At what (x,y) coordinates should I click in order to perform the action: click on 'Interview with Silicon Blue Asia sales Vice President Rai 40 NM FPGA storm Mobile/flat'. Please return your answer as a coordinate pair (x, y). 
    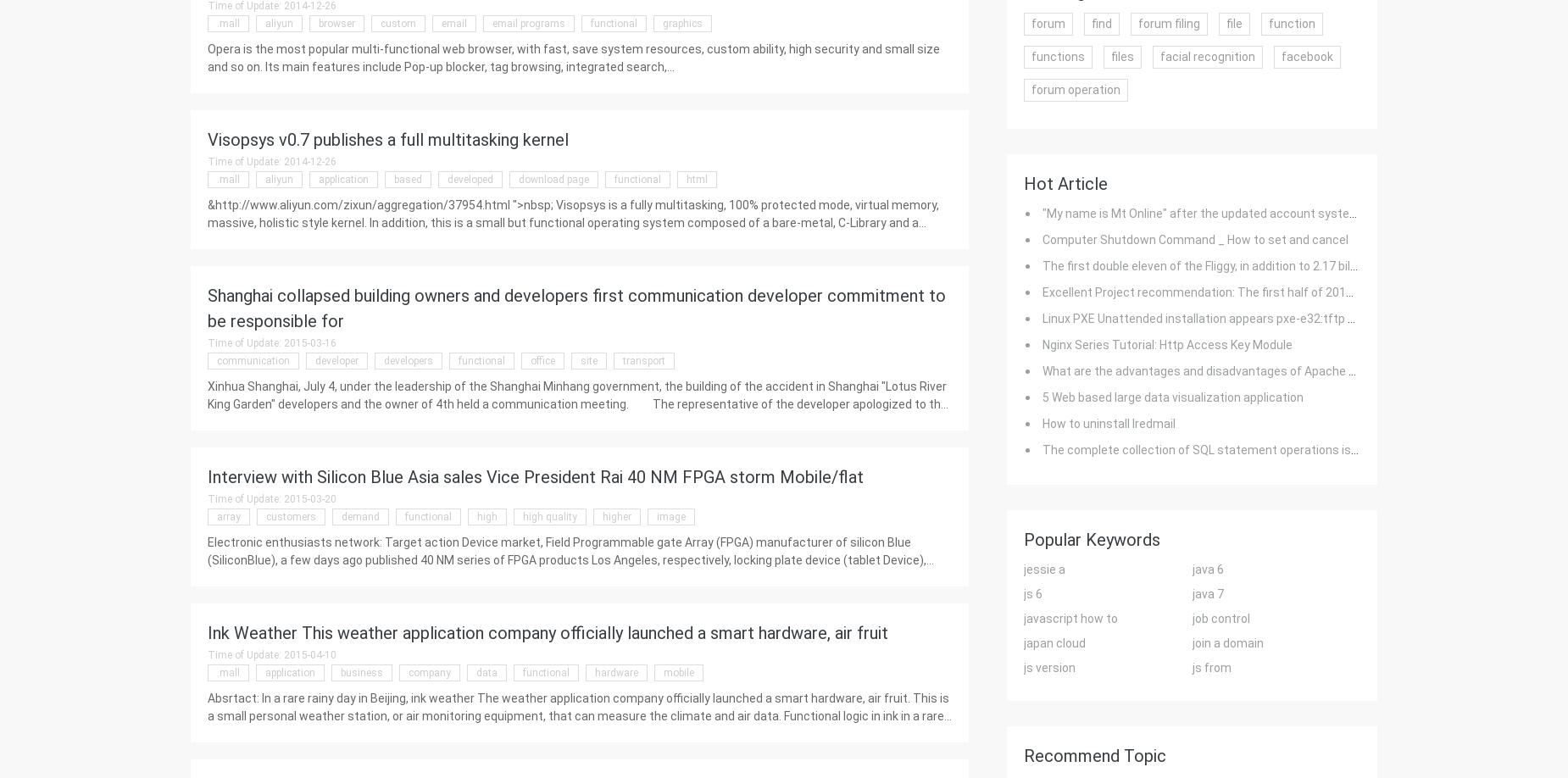
    Looking at the image, I should click on (535, 476).